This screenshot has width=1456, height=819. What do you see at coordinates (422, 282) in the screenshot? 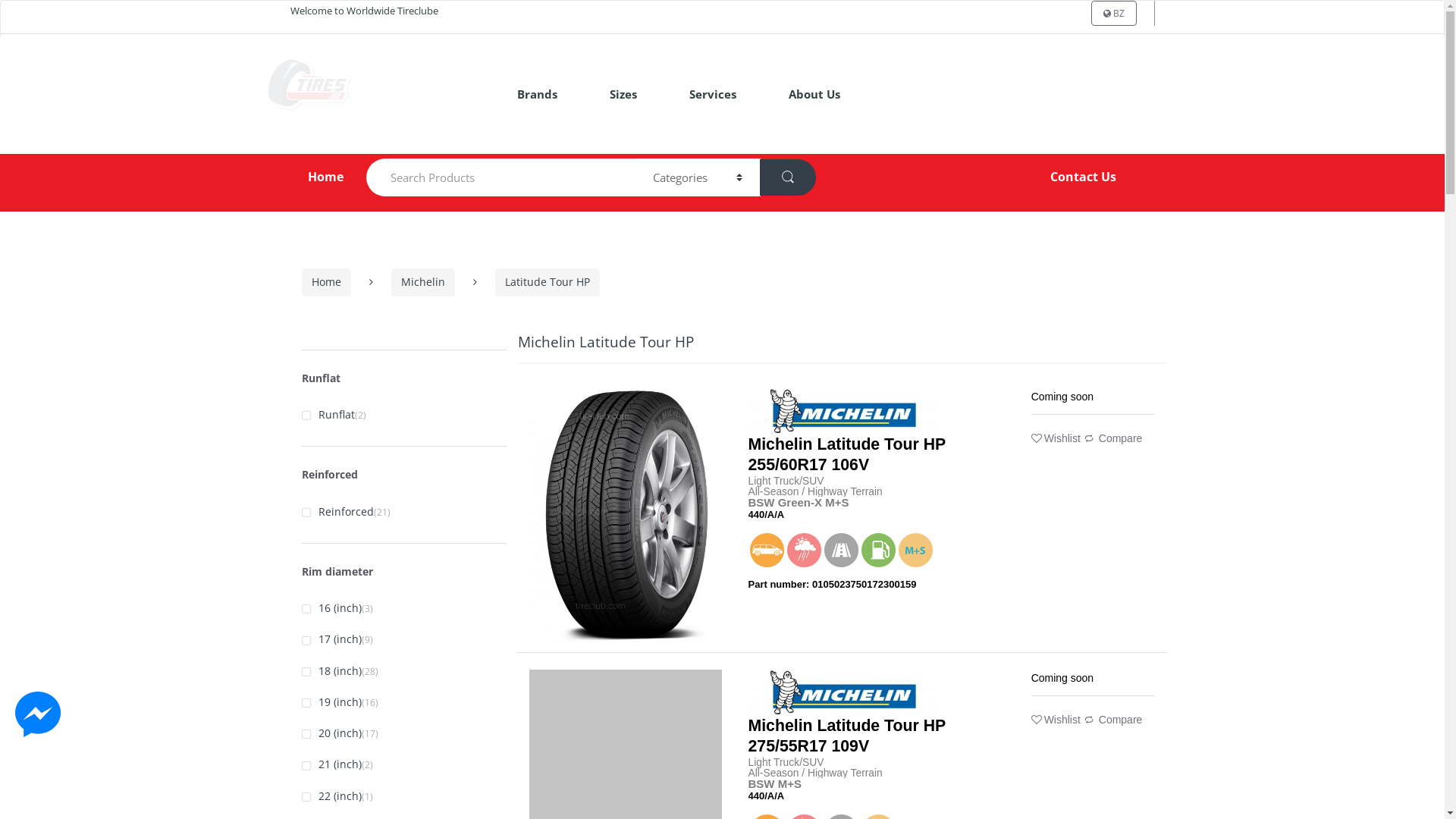
I see `'Michelin'` at bounding box center [422, 282].